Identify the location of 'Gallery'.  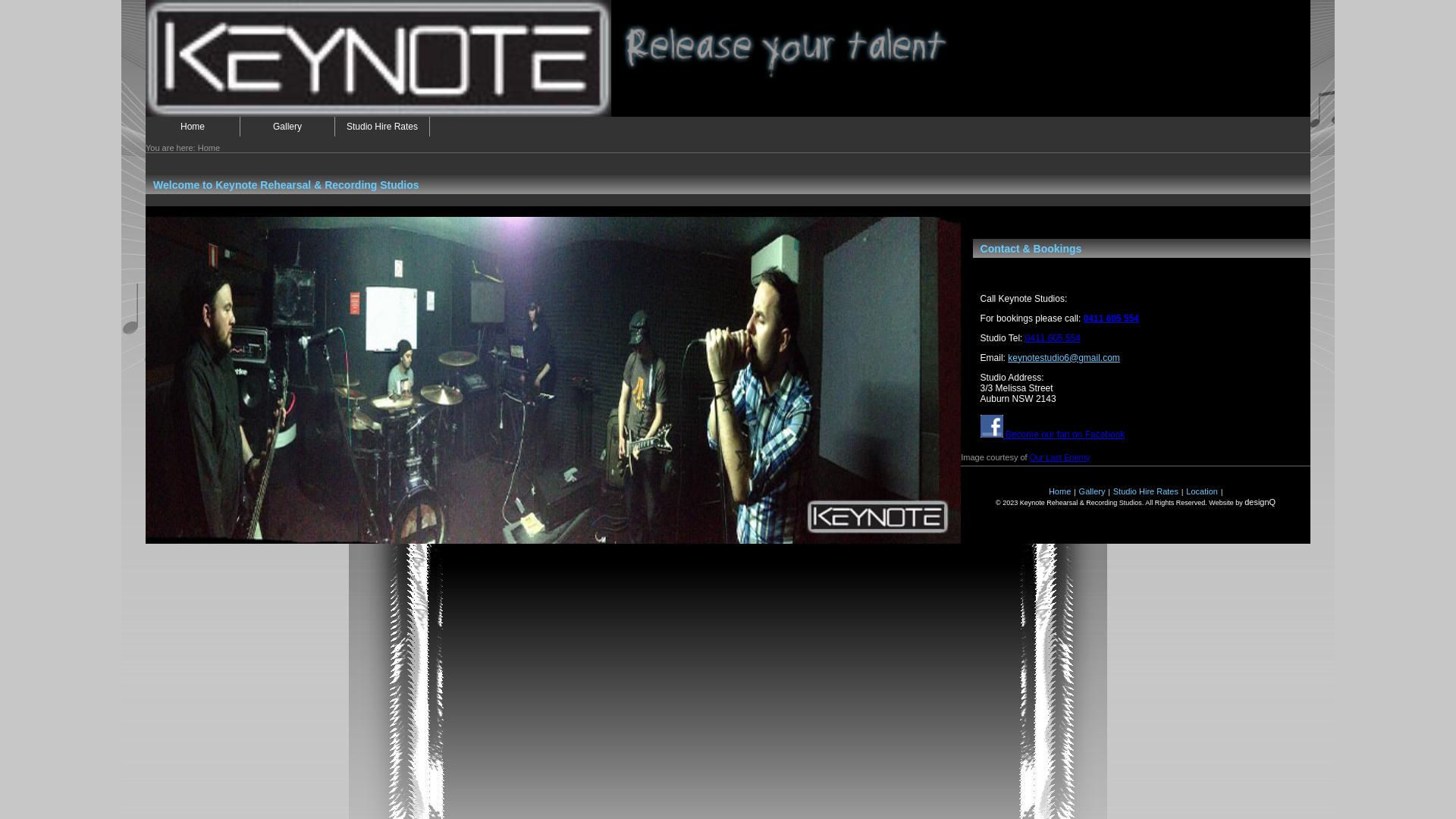
(287, 125).